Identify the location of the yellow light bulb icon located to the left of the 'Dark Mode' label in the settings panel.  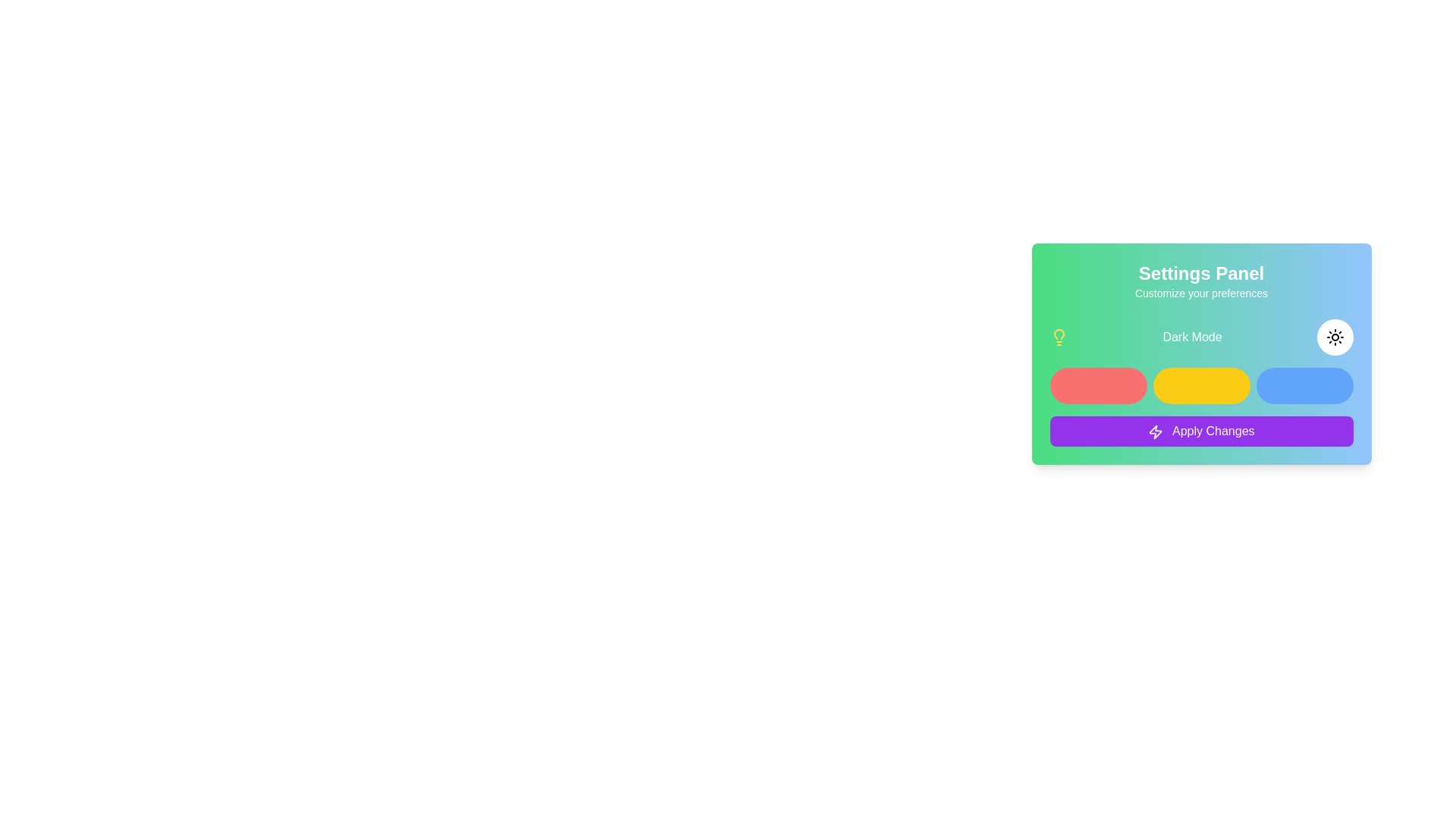
(1058, 336).